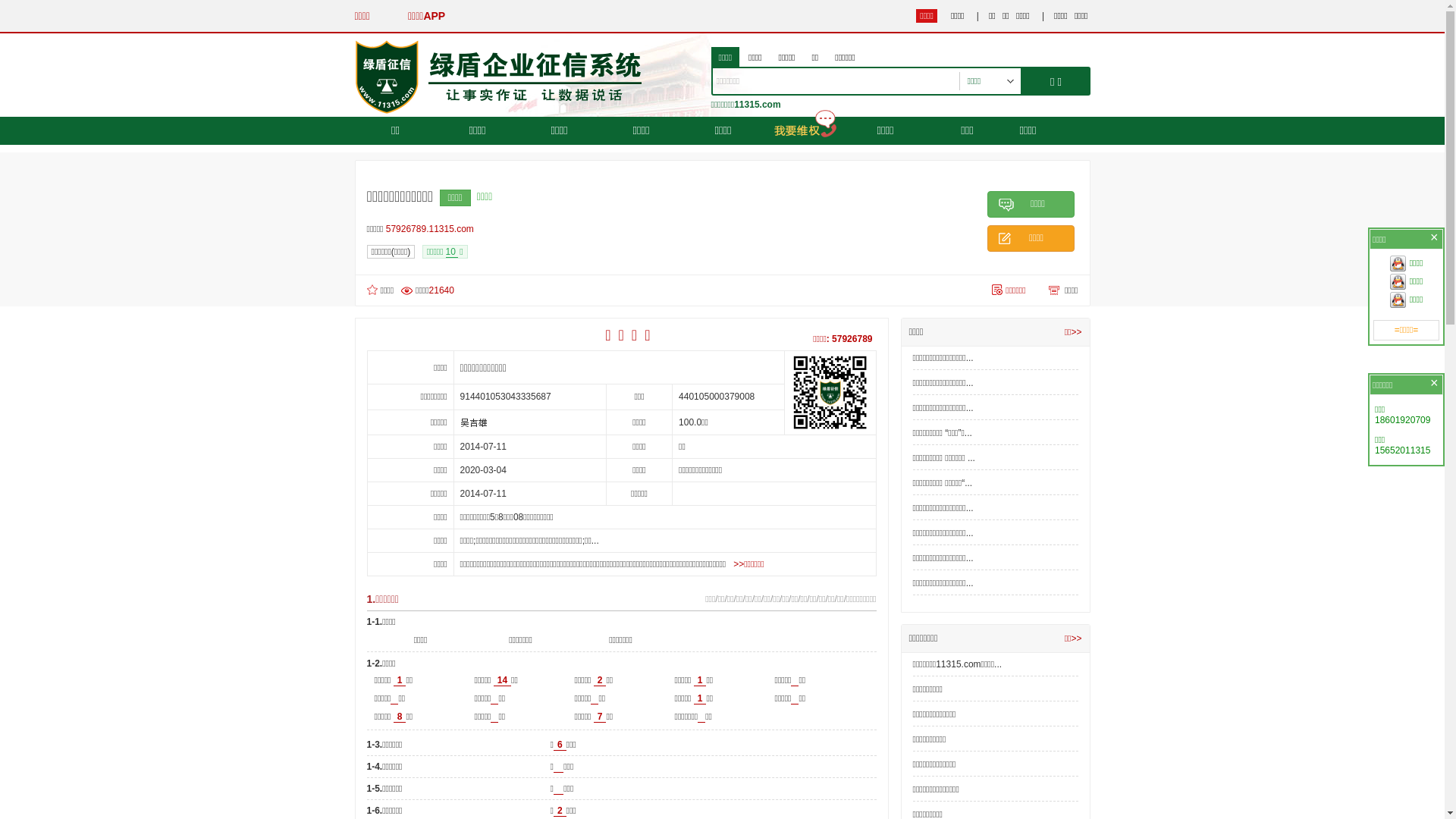  I want to click on '57926789.11315.com', so click(432, 228).